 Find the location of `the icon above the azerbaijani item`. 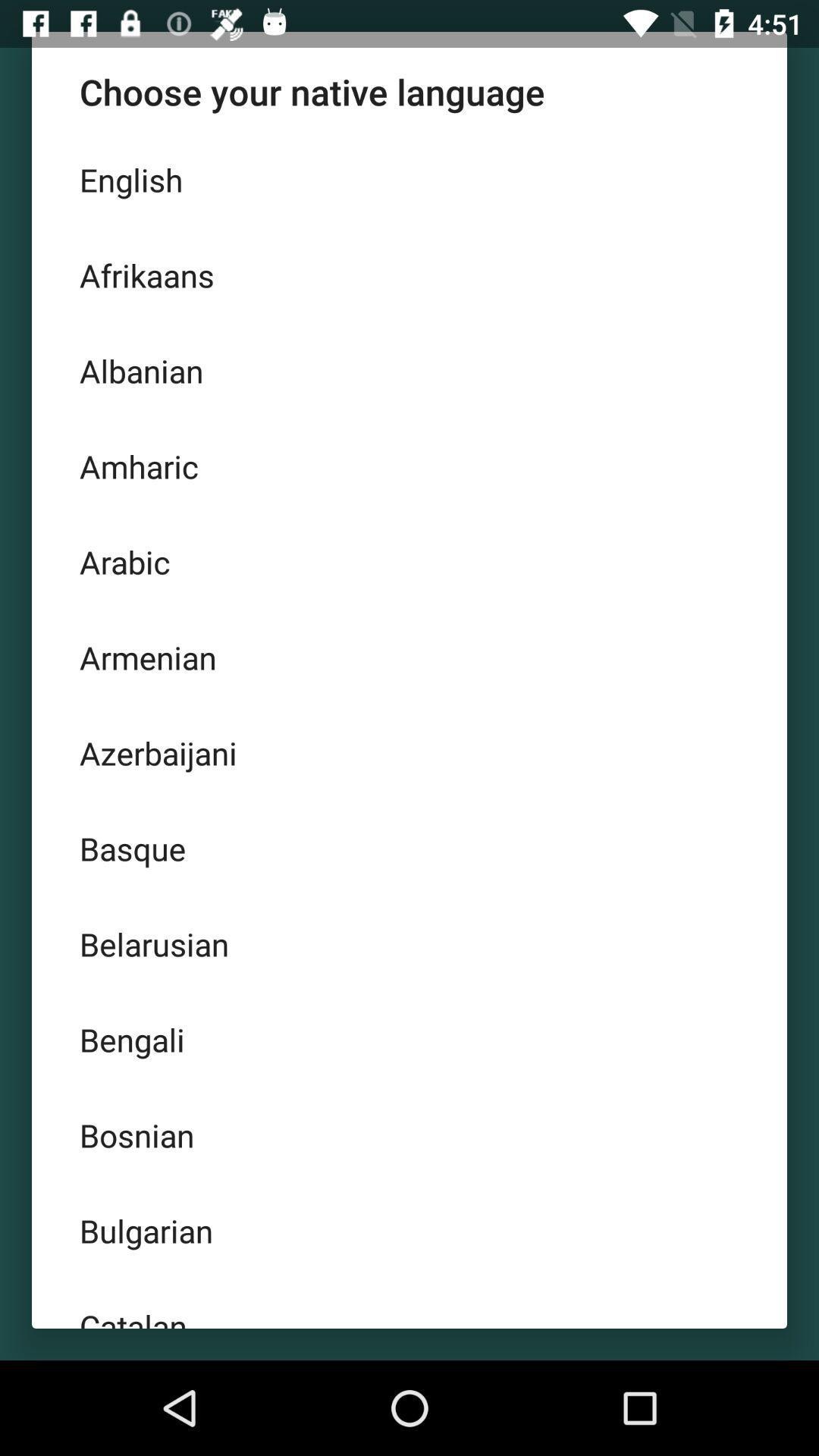

the icon above the azerbaijani item is located at coordinates (409, 657).